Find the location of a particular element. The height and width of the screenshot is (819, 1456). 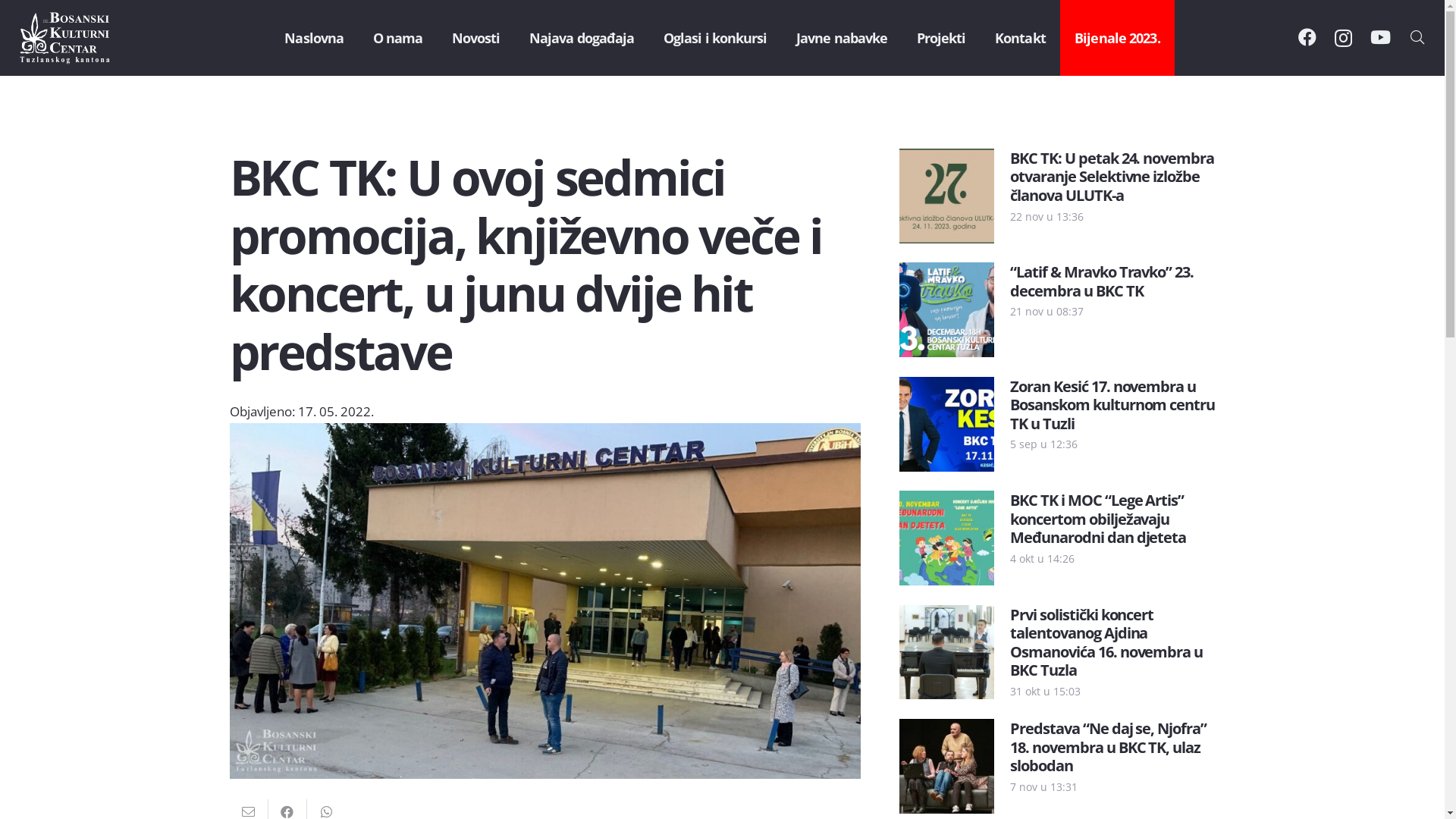

'O nama' is located at coordinates (356, 37).